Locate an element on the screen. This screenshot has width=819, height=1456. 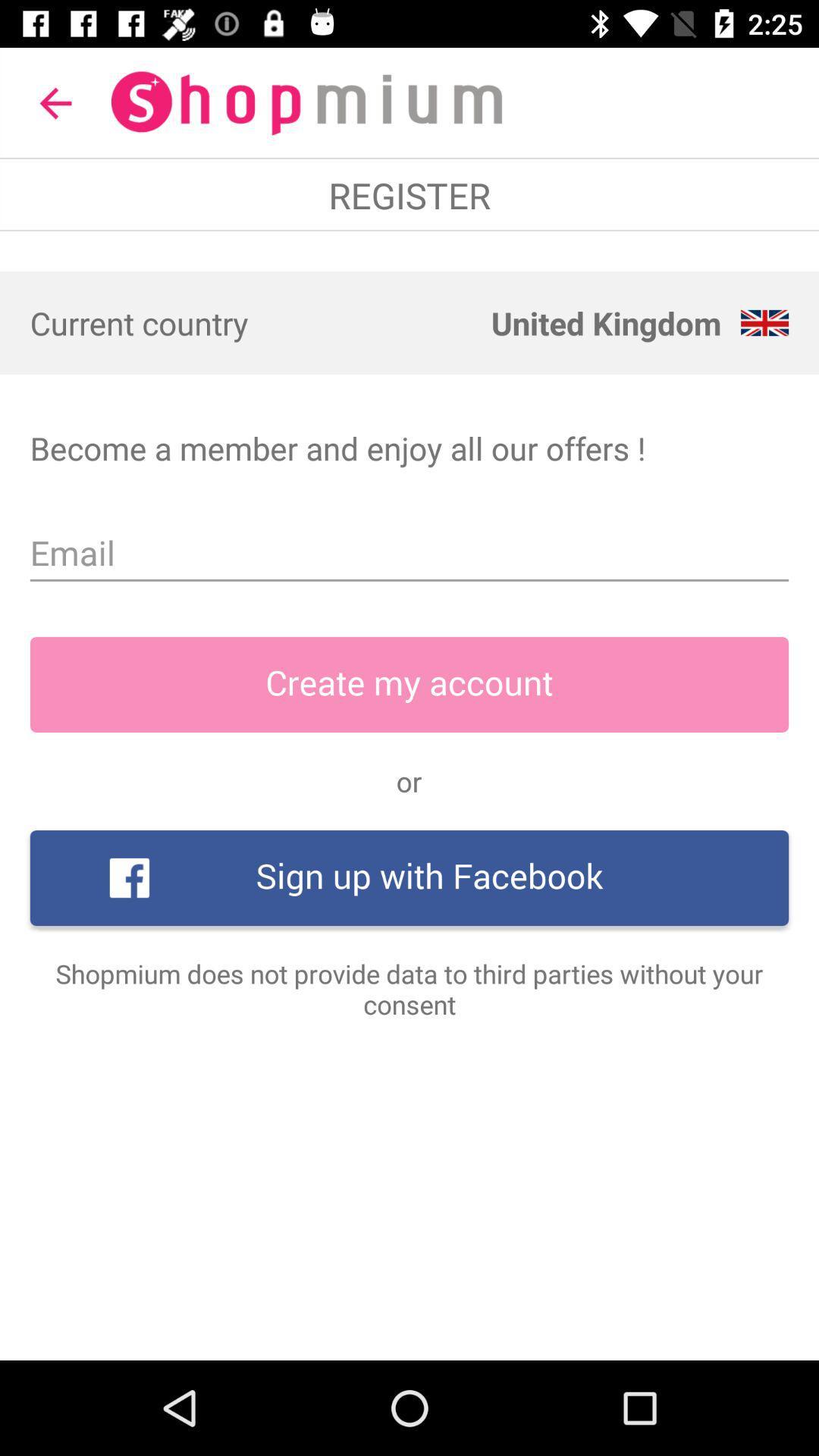
the create my account item is located at coordinates (409, 683).